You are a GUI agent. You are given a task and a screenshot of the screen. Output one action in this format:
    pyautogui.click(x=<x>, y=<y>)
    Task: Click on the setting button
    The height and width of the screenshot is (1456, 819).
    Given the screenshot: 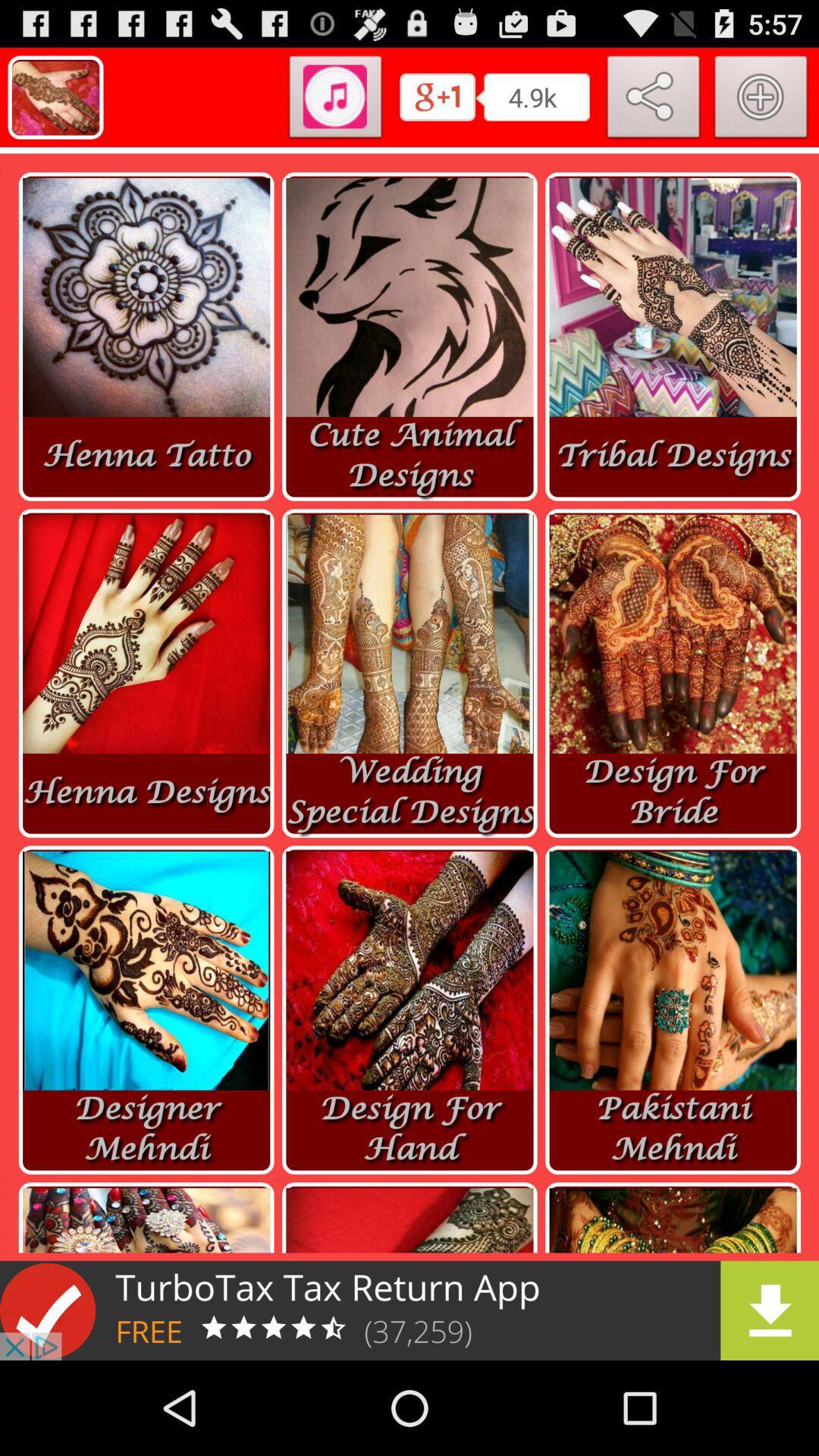 What is the action you would take?
    pyautogui.click(x=761, y=99)
    